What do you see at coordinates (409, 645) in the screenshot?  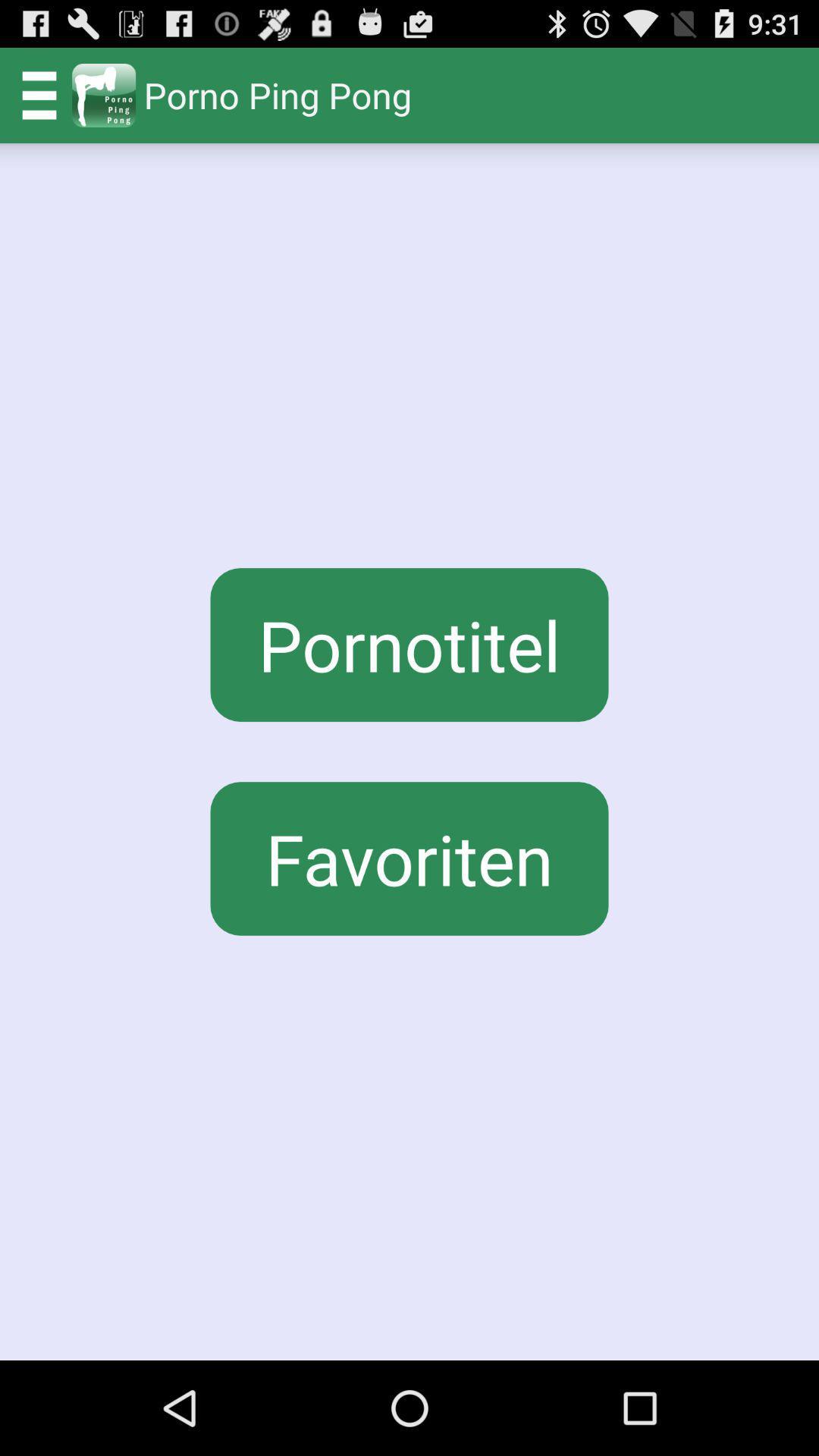 I see `pornotitel icon` at bounding box center [409, 645].